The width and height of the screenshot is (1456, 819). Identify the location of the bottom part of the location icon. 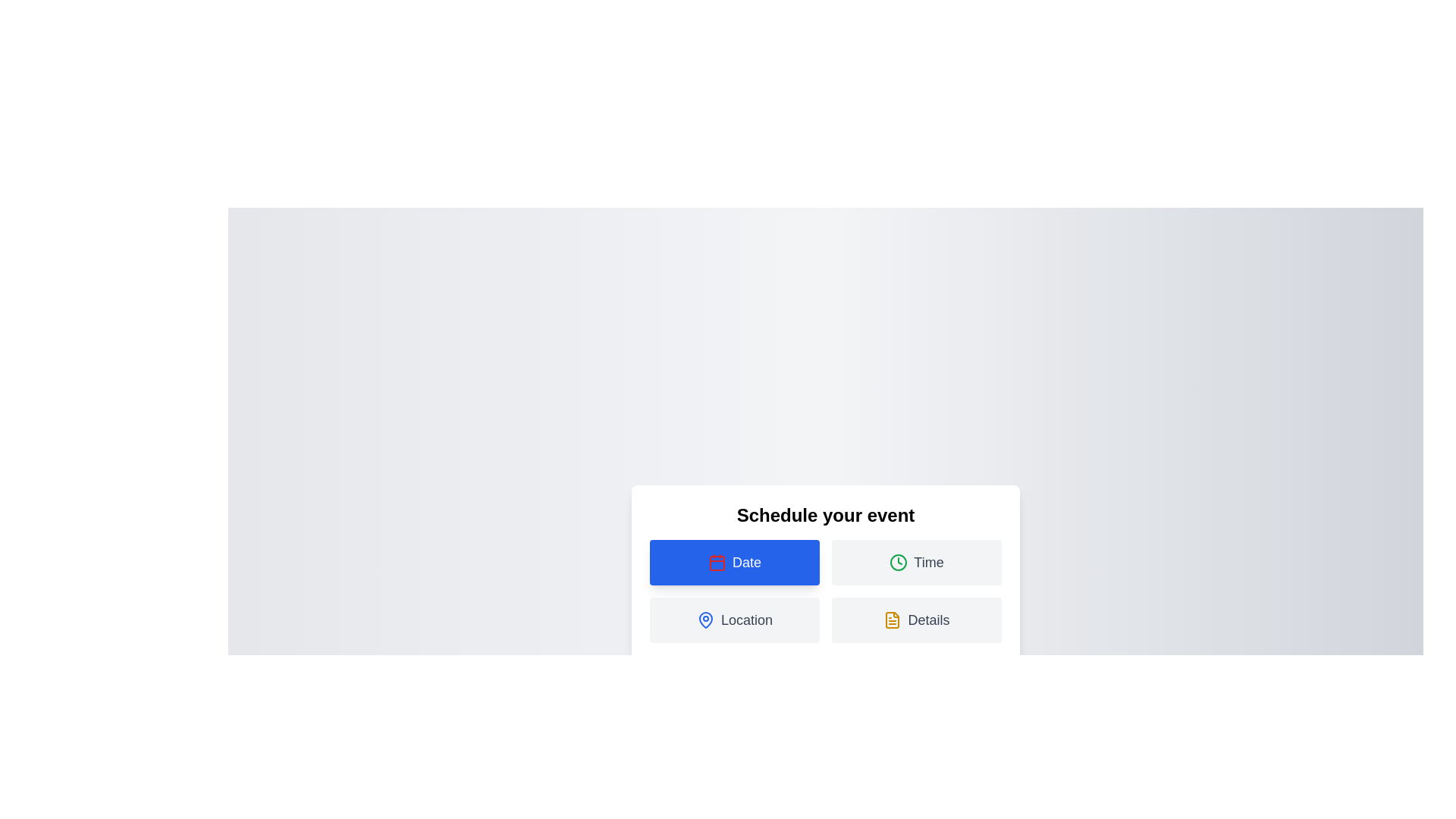
(705, 620).